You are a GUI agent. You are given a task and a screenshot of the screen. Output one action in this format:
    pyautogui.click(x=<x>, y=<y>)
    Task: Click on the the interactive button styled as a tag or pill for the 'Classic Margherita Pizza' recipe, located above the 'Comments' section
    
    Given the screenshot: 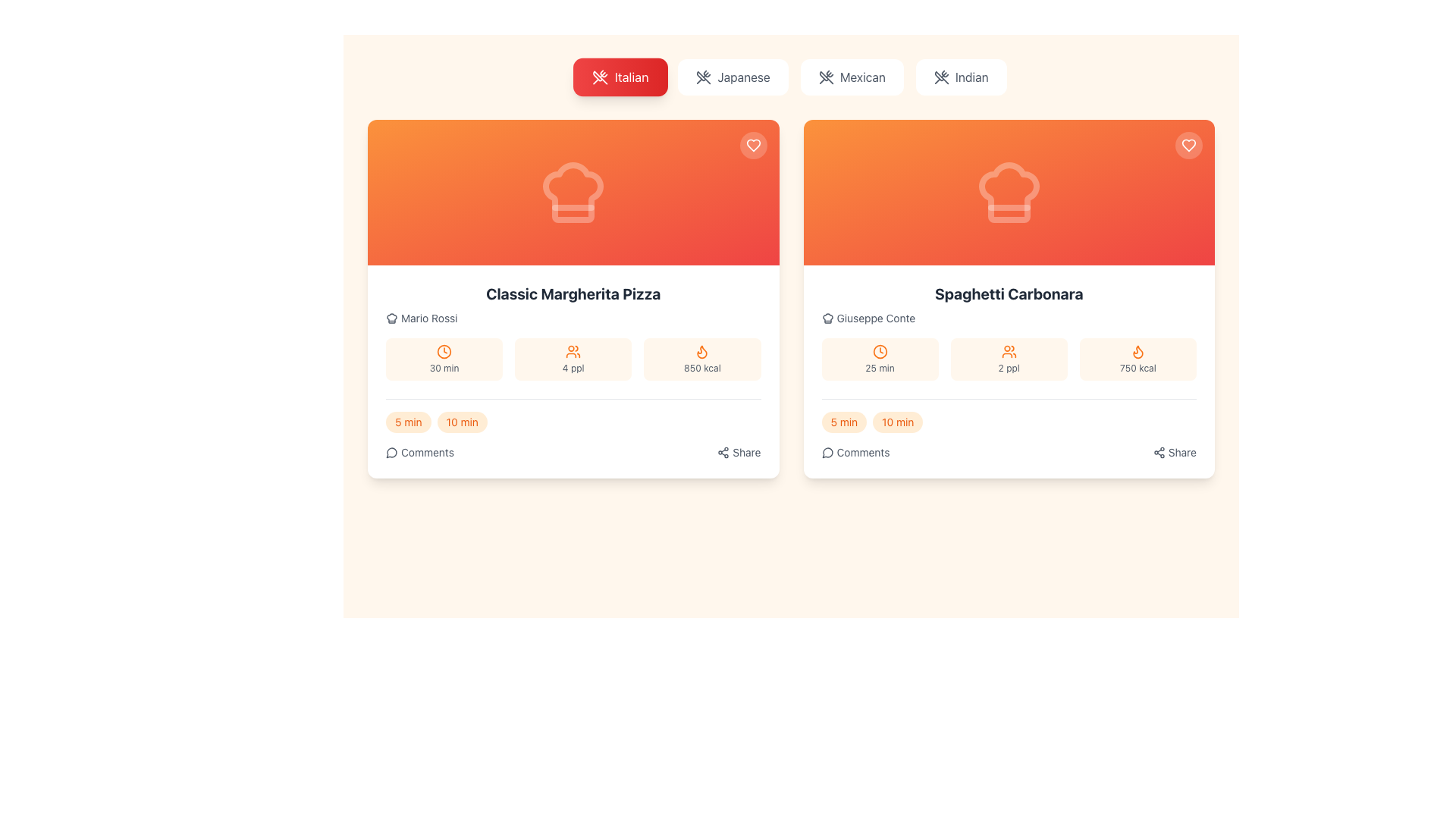 What is the action you would take?
    pyautogui.click(x=436, y=422)
    